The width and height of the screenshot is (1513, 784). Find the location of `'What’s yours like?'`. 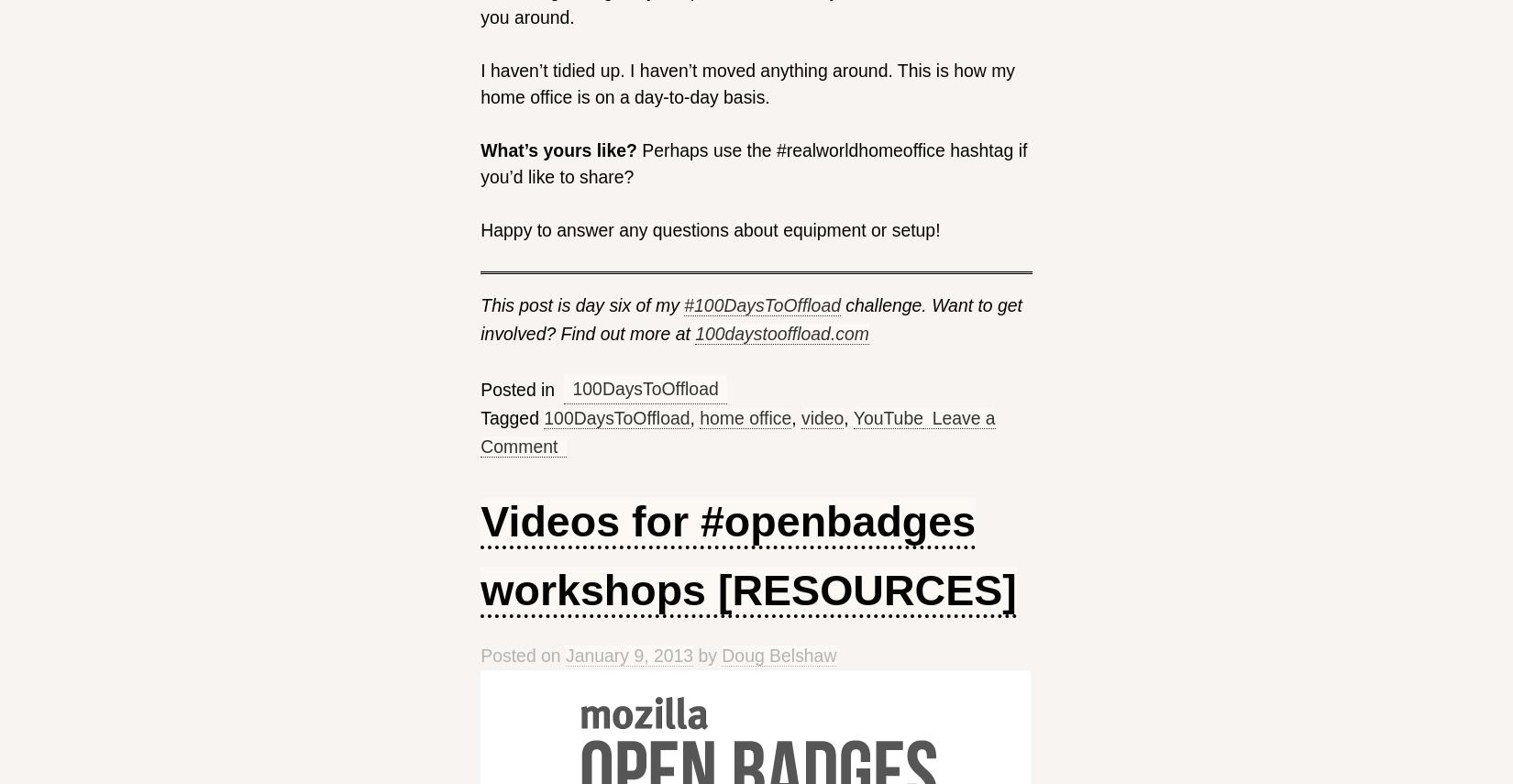

'What’s yours like?' is located at coordinates (558, 149).